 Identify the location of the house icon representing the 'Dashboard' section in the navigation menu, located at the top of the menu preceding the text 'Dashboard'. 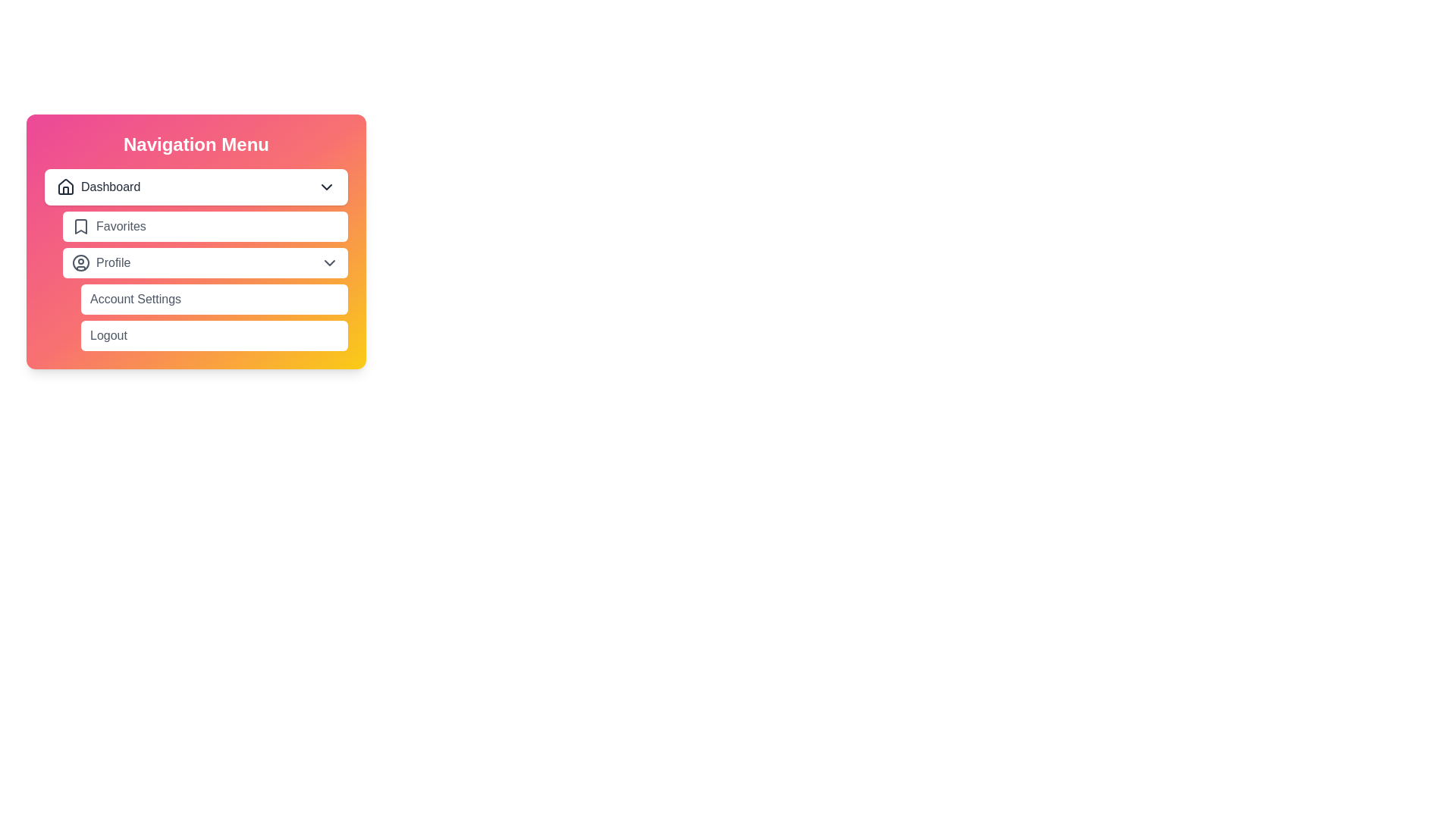
(64, 186).